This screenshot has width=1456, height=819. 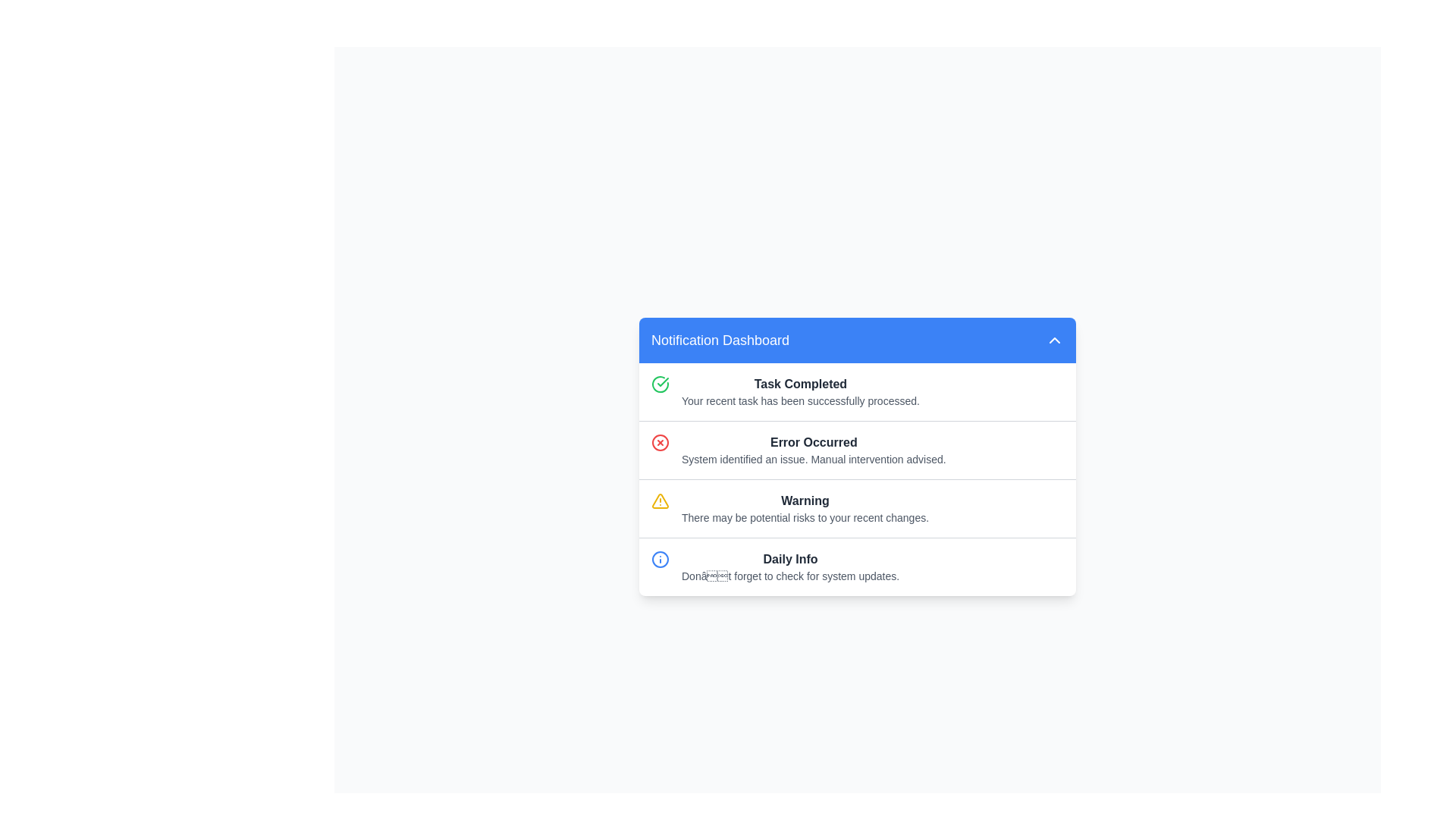 I want to click on text from the light gray Text Label that says 'Don’t forget to check for system updates.' located below the 'Daily Info' title in the Notification Dashboard, so click(x=789, y=576).